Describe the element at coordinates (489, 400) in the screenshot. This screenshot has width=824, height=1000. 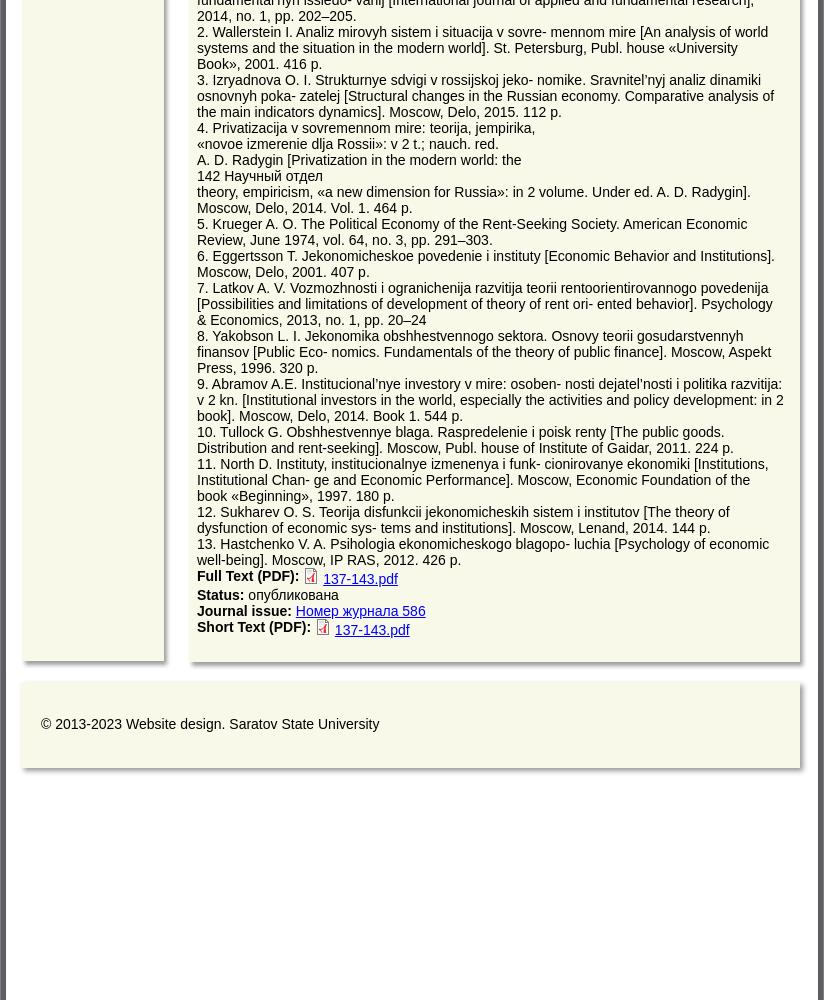
I see `'9.	Abramov A.E. Institucional’nye investory v mire: osoben- nosti dejatel’nosti i politika razvitija: v 2 kn. [Institutional investors in the world, especially the activities and policy development: in 2 book]. Moscow, Delo, 2014. Book 1. 544 p.'` at that location.